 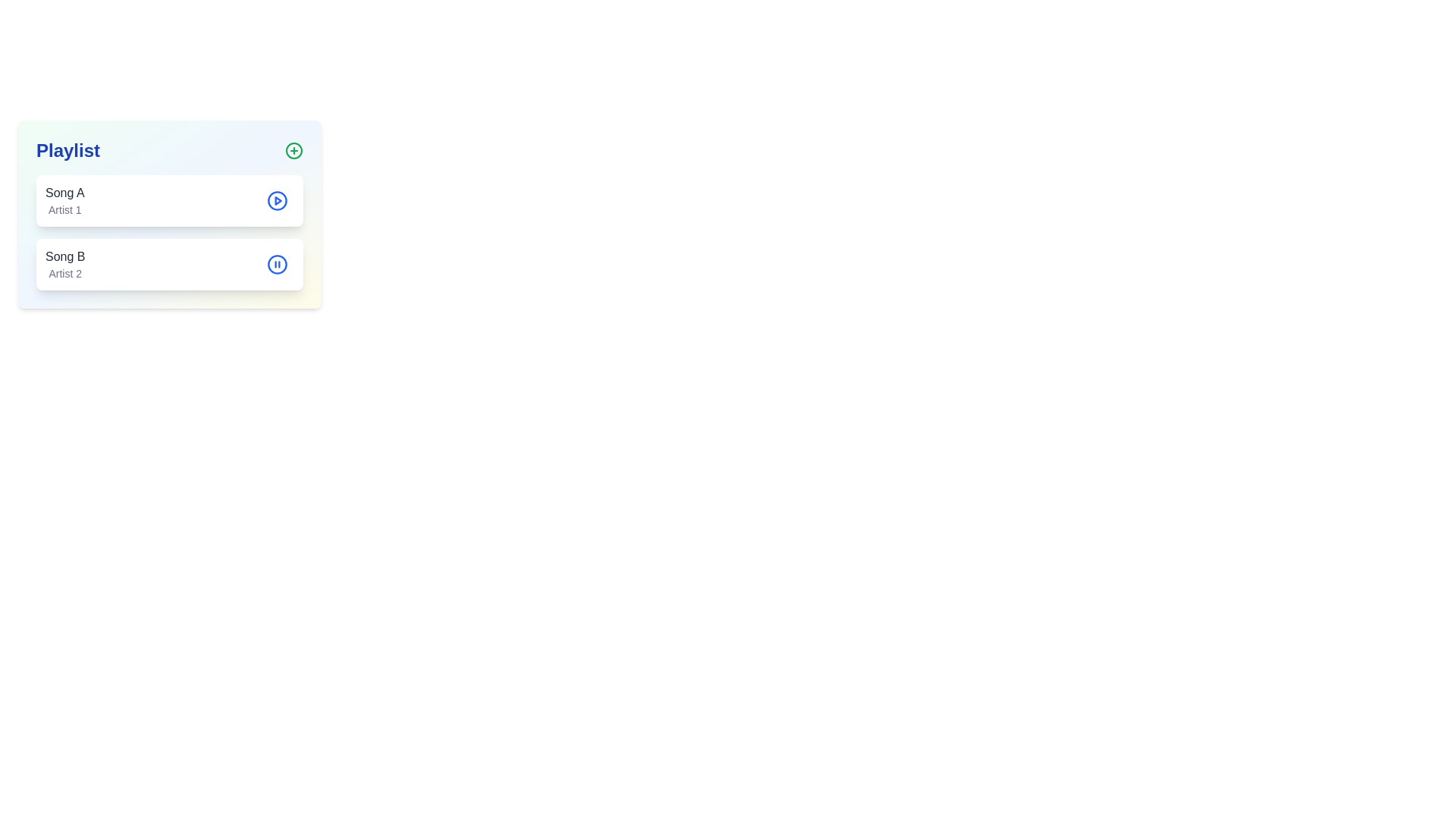 What do you see at coordinates (170, 200) in the screenshot?
I see `the first list item displaying 'Song A' by 'Artist 1'` at bounding box center [170, 200].